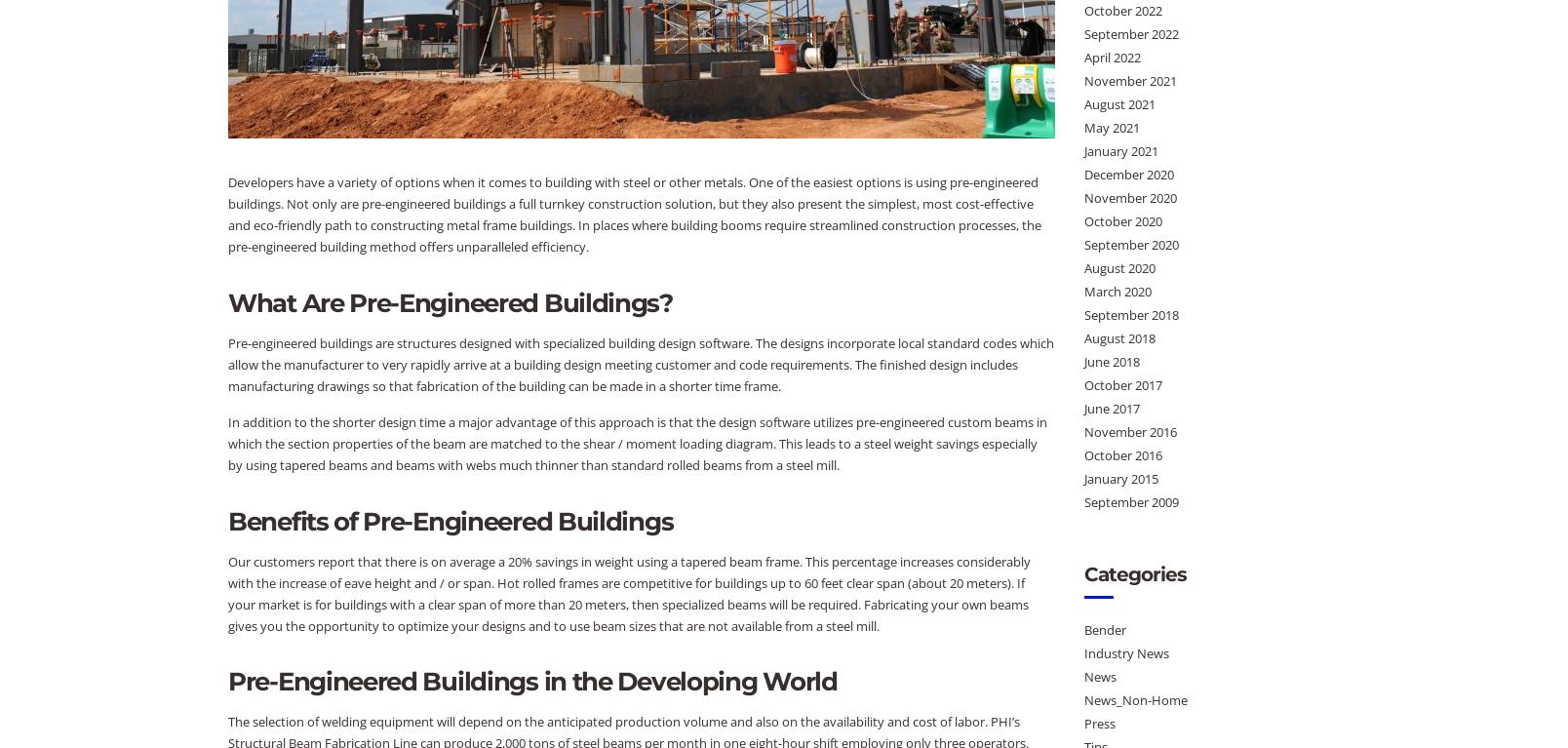  What do you see at coordinates (1135, 697) in the screenshot?
I see `'News_Non-Home'` at bounding box center [1135, 697].